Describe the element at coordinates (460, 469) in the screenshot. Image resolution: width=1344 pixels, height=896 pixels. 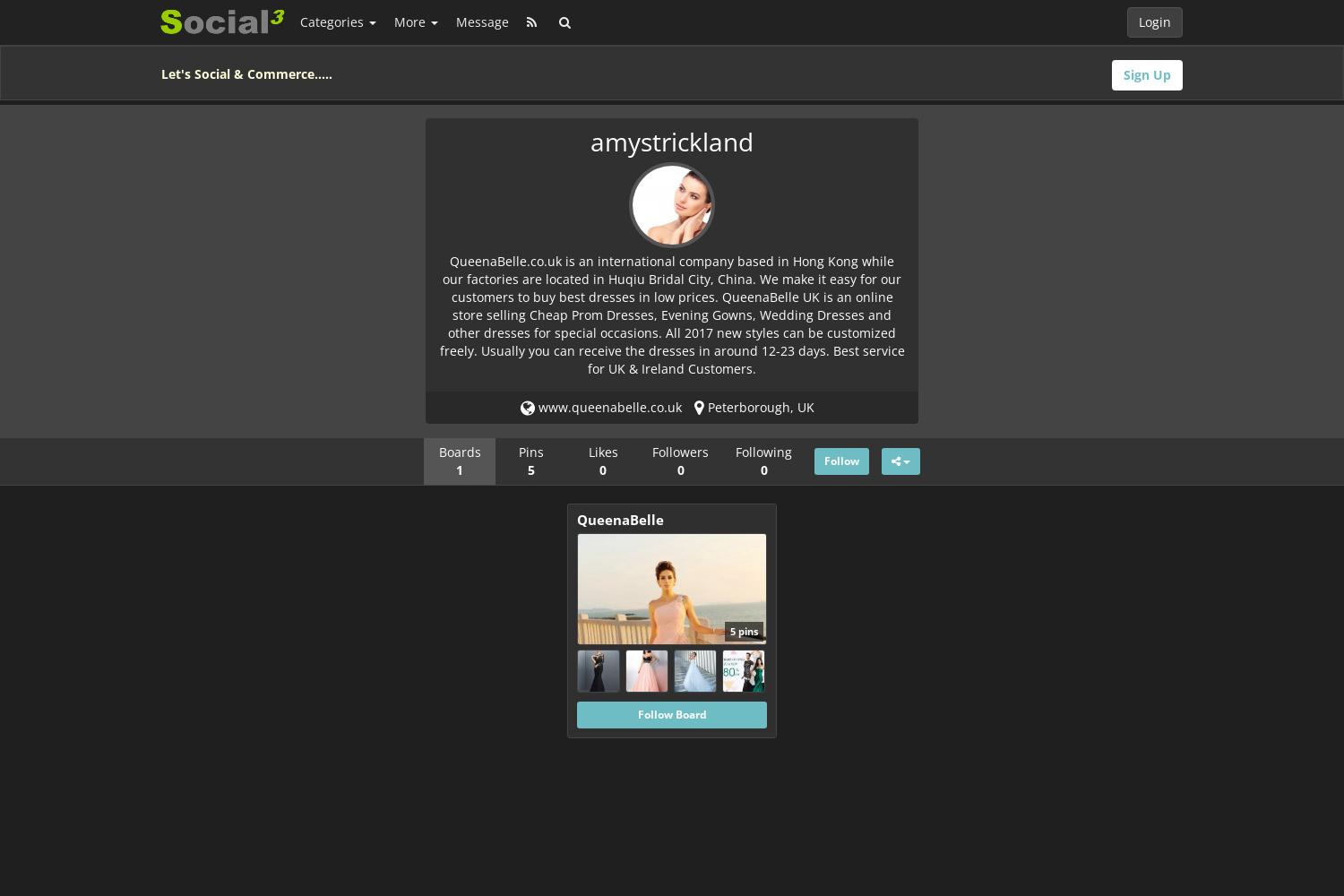
I see `'1'` at that location.